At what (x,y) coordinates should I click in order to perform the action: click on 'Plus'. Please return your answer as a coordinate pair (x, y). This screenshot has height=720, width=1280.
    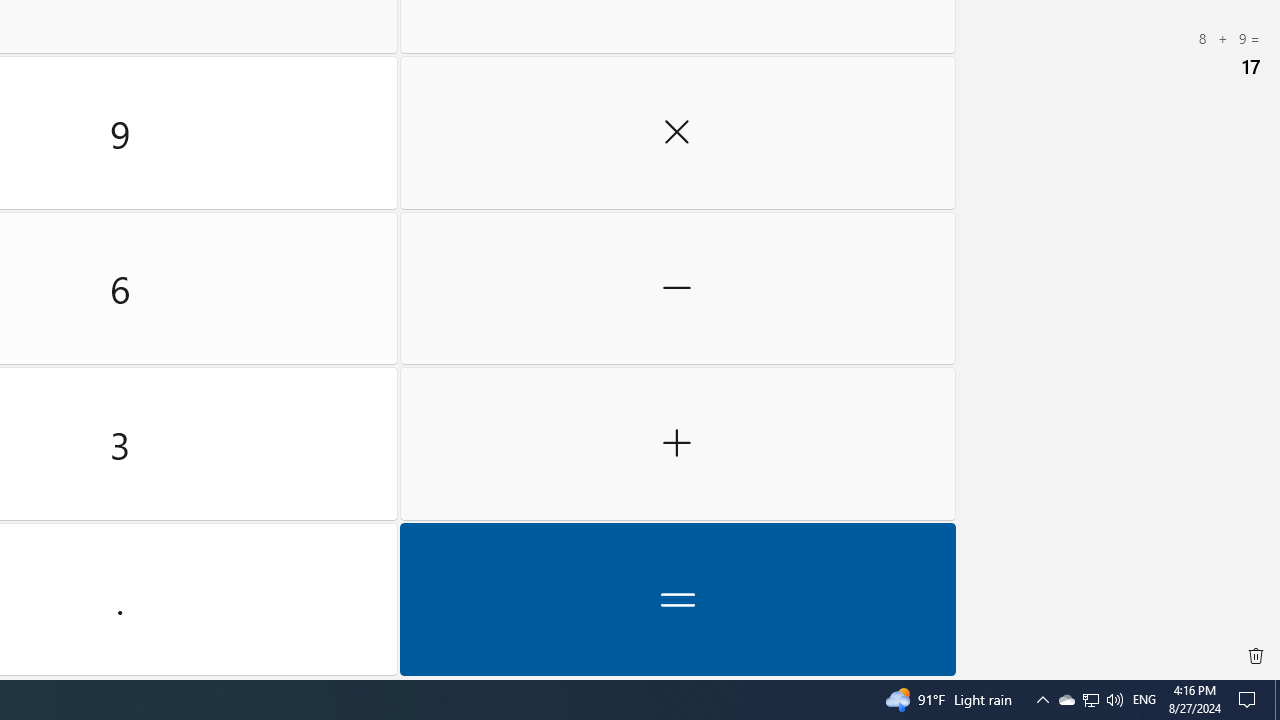
    Looking at the image, I should click on (677, 443).